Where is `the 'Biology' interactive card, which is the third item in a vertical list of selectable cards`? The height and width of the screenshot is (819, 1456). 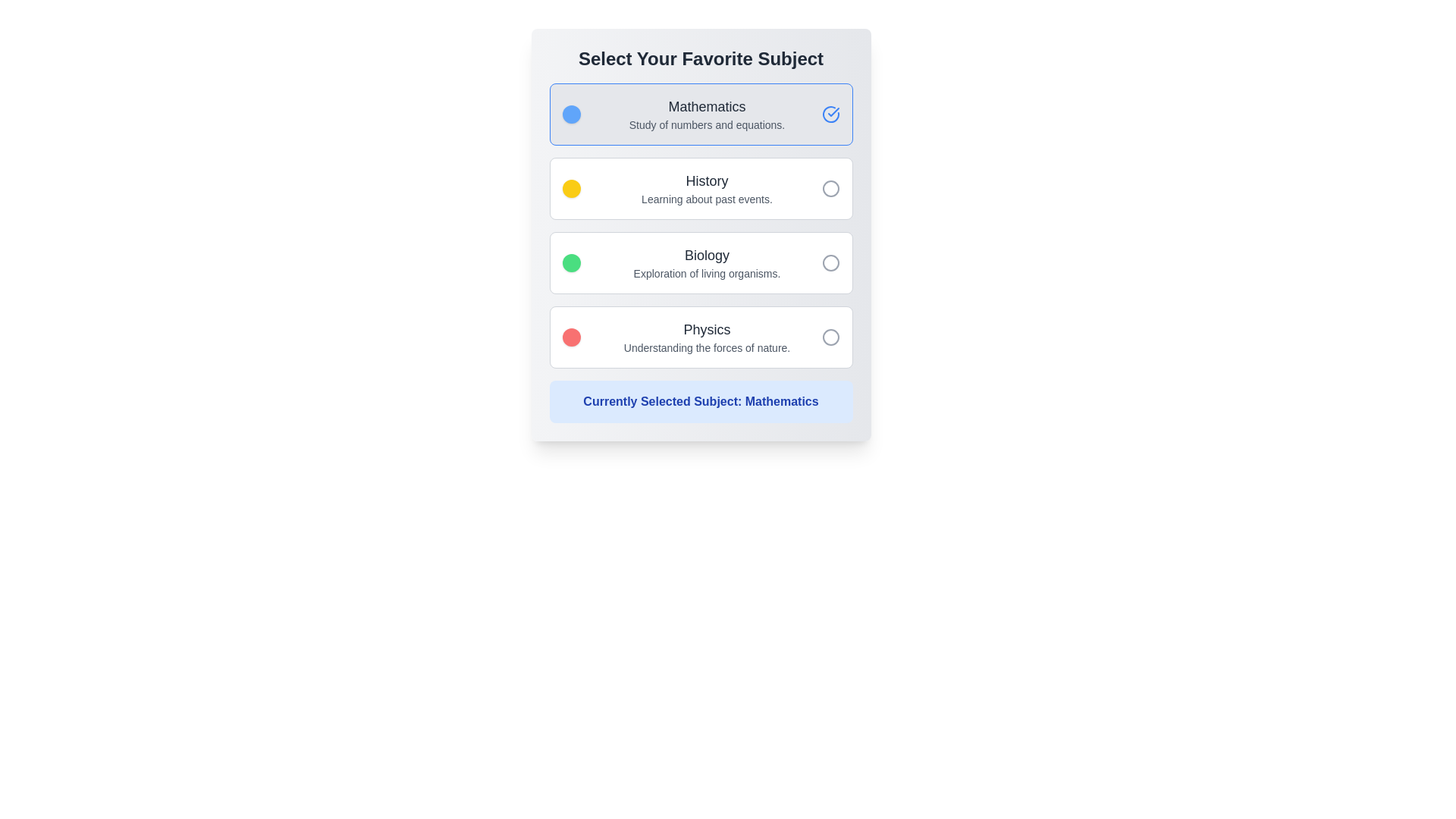 the 'Biology' interactive card, which is the third item in a vertical list of selectable cards is located at coordinates (700, 262).